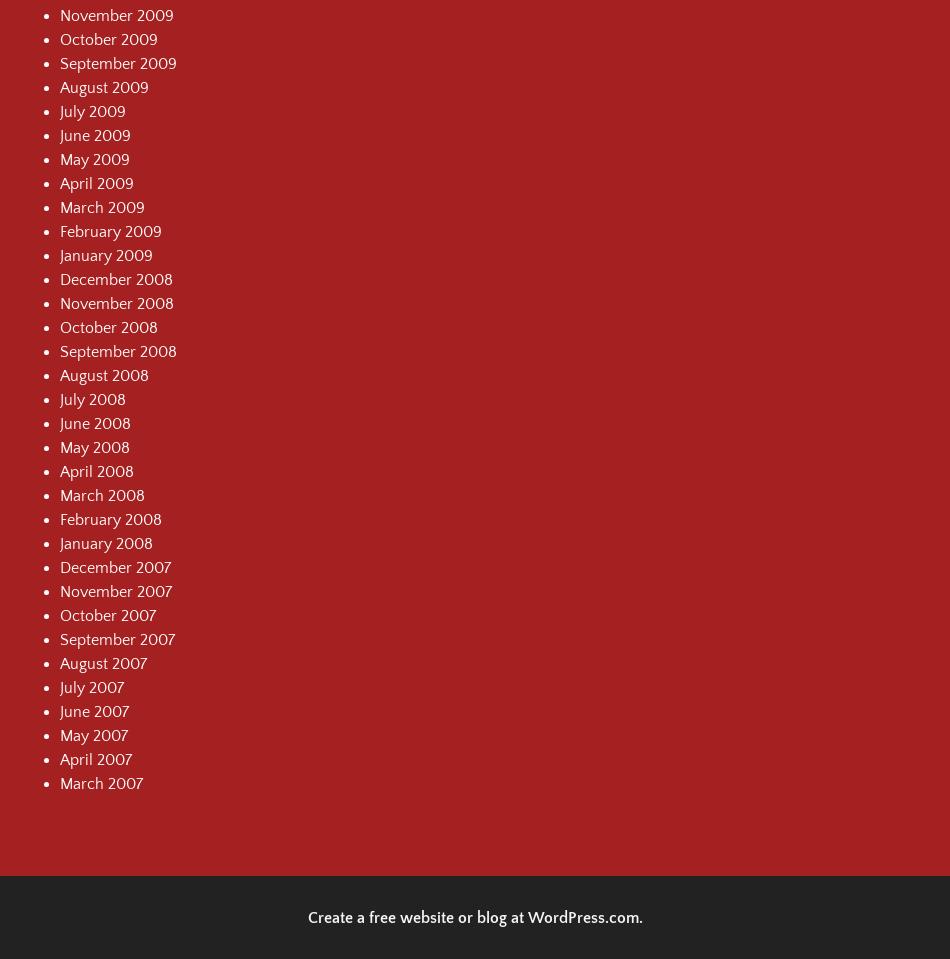 This screenshot has width=950, height=959. Describe the element at coordinates (60, 350) in the screenshot. I see `'September 2008'` at that location.